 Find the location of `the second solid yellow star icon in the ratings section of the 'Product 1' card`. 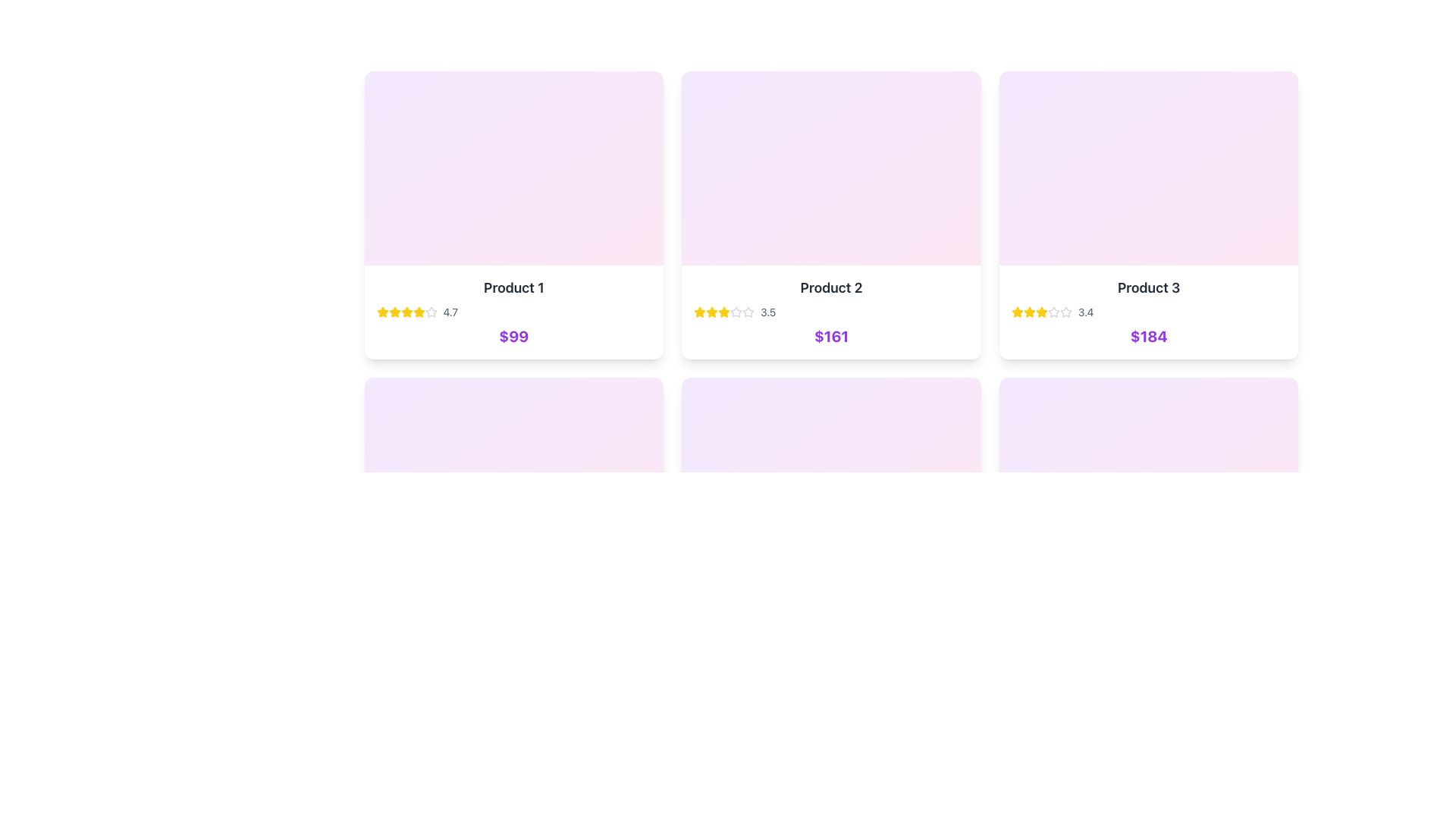

the second solid yellow star icon in the ratings section of the 'Product 1' card is located at coordinates (406, 311).